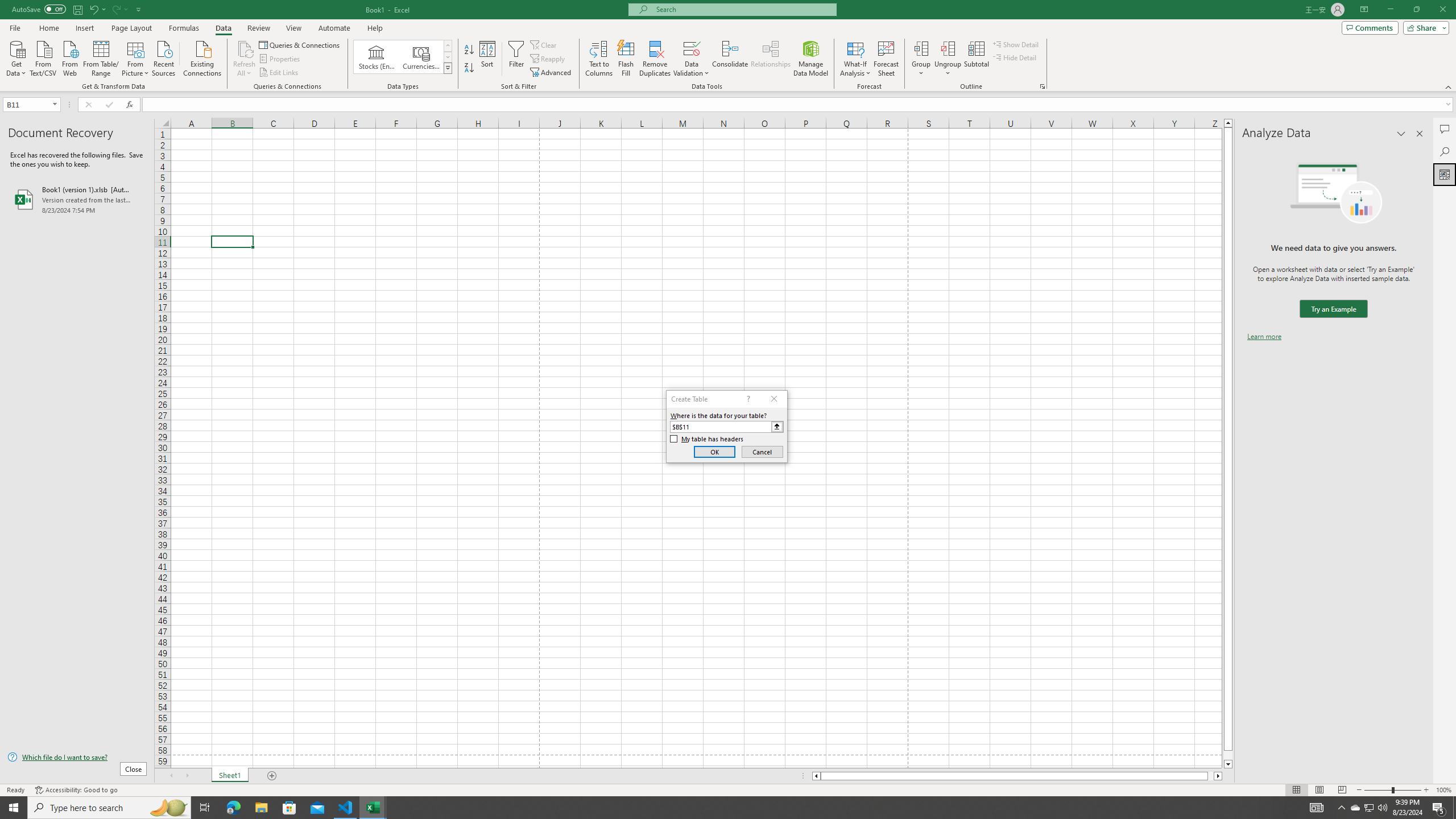 This screenshot has width=1456, height=819. What do you see at coordinates (448, 56) in the screenshot?
I see `'Row Down'` at bounding box center [448, 56].